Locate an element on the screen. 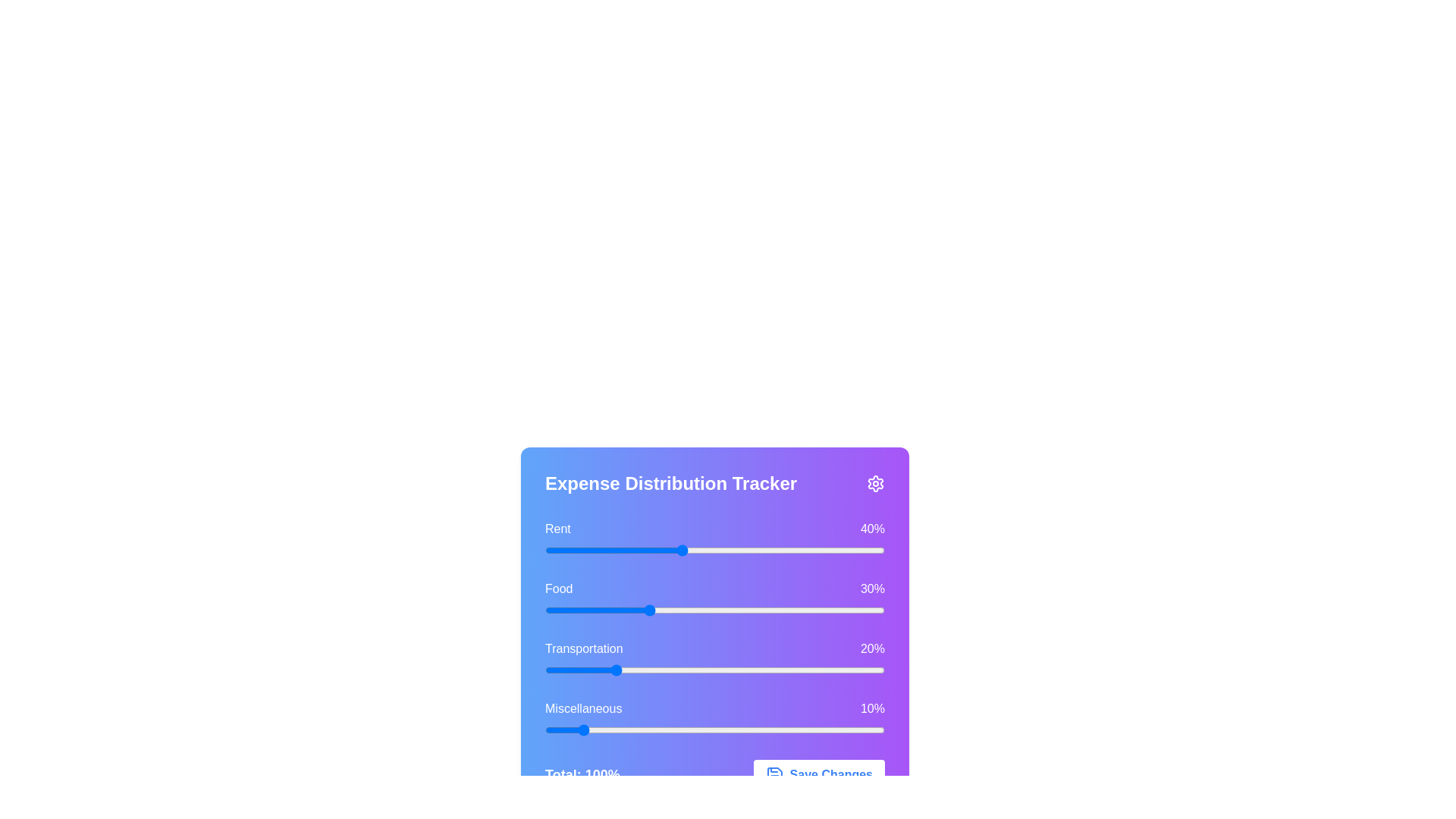 The height and width of the screenshot is (819, 1456). the text label displaying 'Transportation' in white font against a gradient background, located in the lower-middle section of the interface under the 'Transportation 20%' subsection is located at coordinates (583, 648).